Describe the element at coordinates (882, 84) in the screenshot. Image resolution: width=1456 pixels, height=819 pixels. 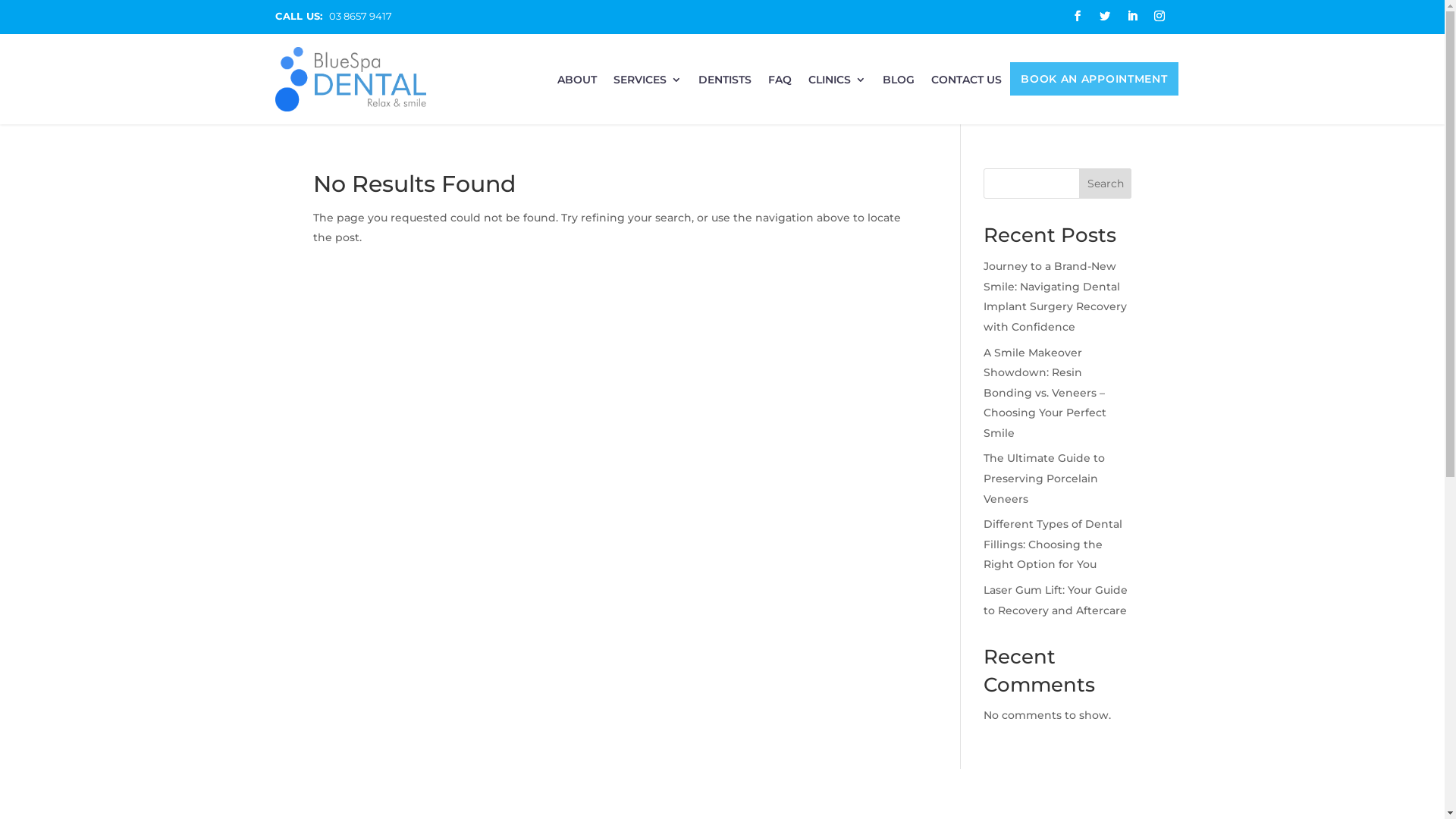
I see `'BLOG'` at that location.